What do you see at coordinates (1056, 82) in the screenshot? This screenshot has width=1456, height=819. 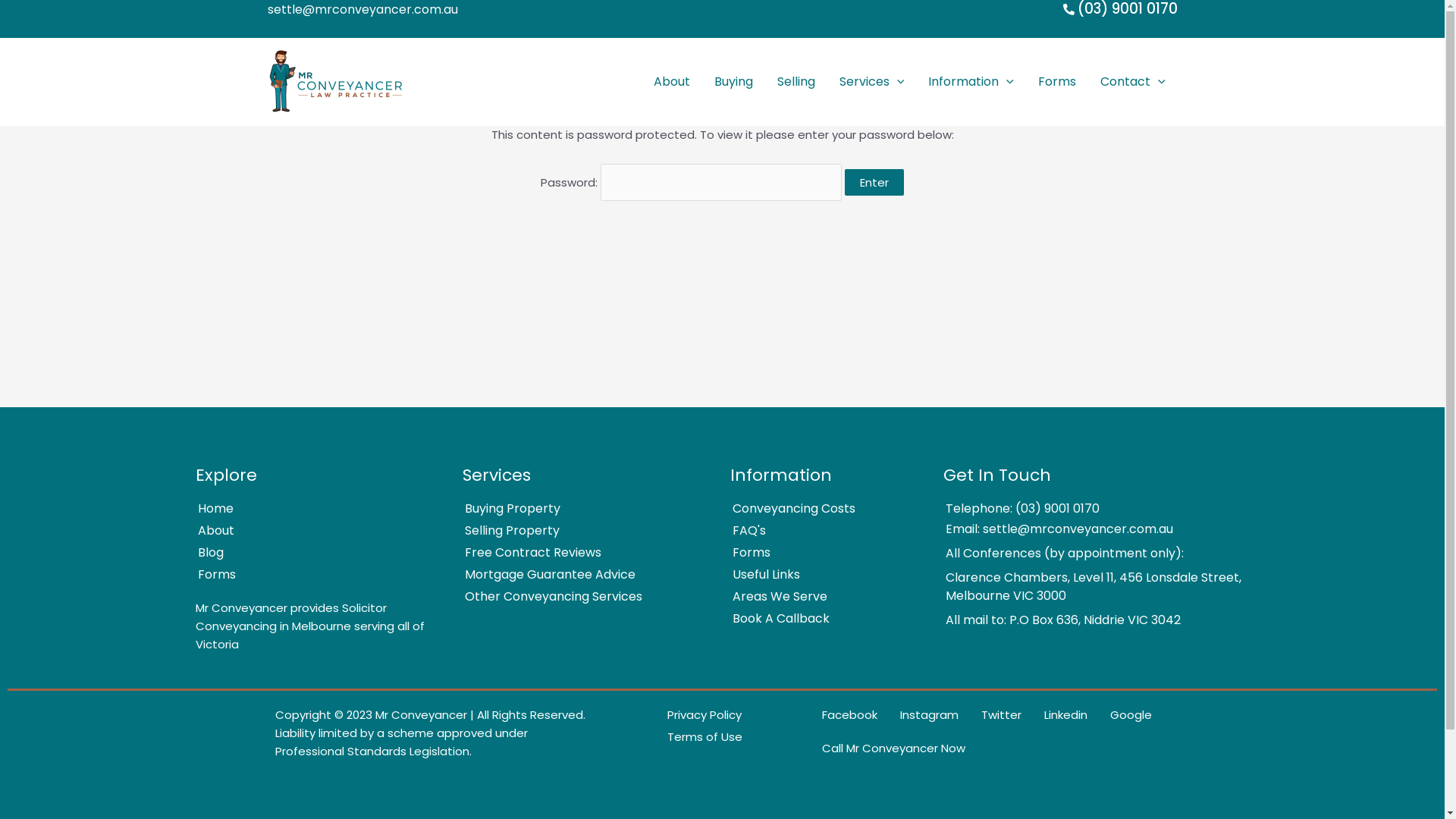 I see `'Forms'` at bounding box center [1056, 82].